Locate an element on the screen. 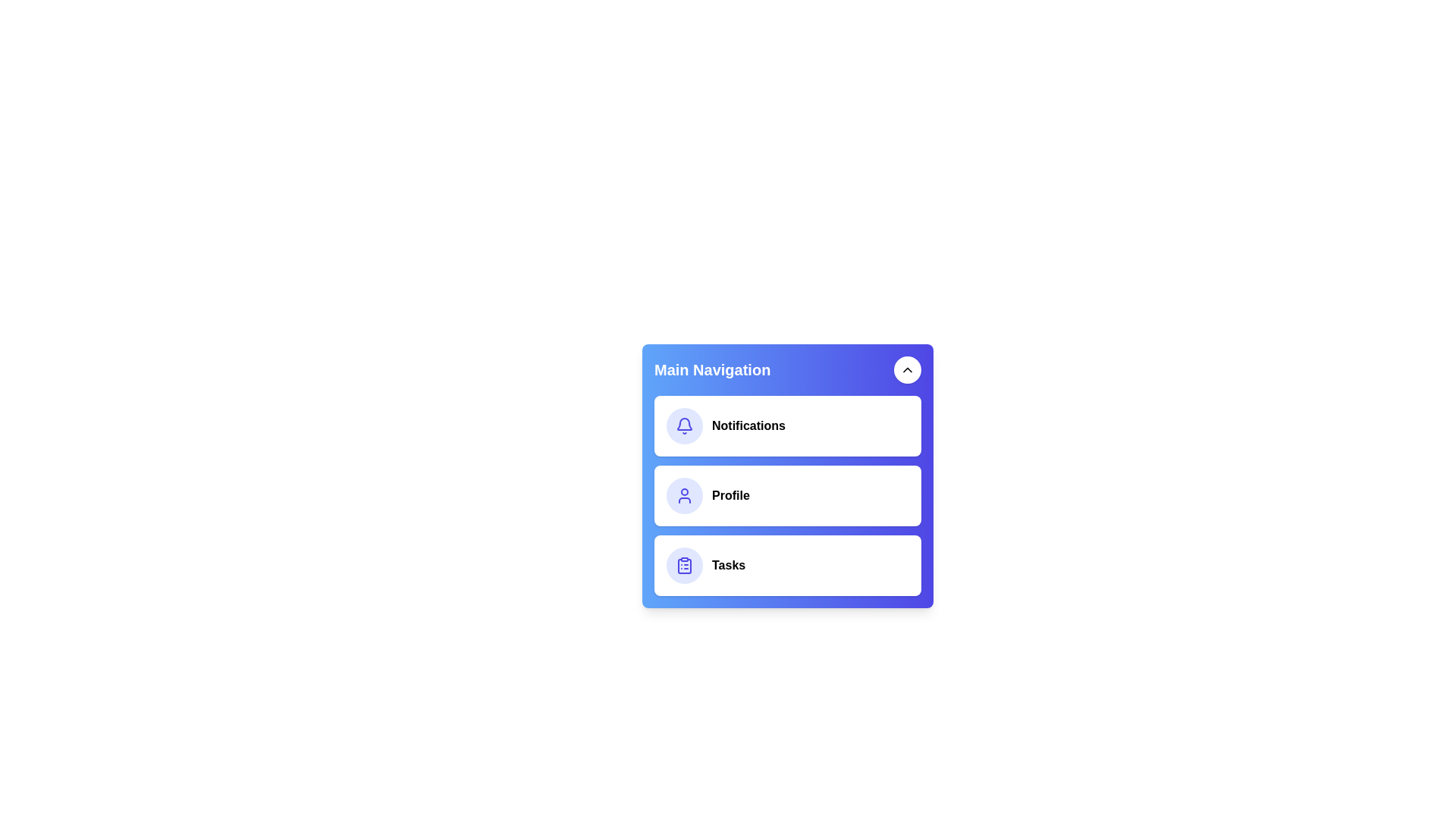 The image size is (1456, 819). the menu item Notifications to perform its associated action is located at coordinates (787, 426).